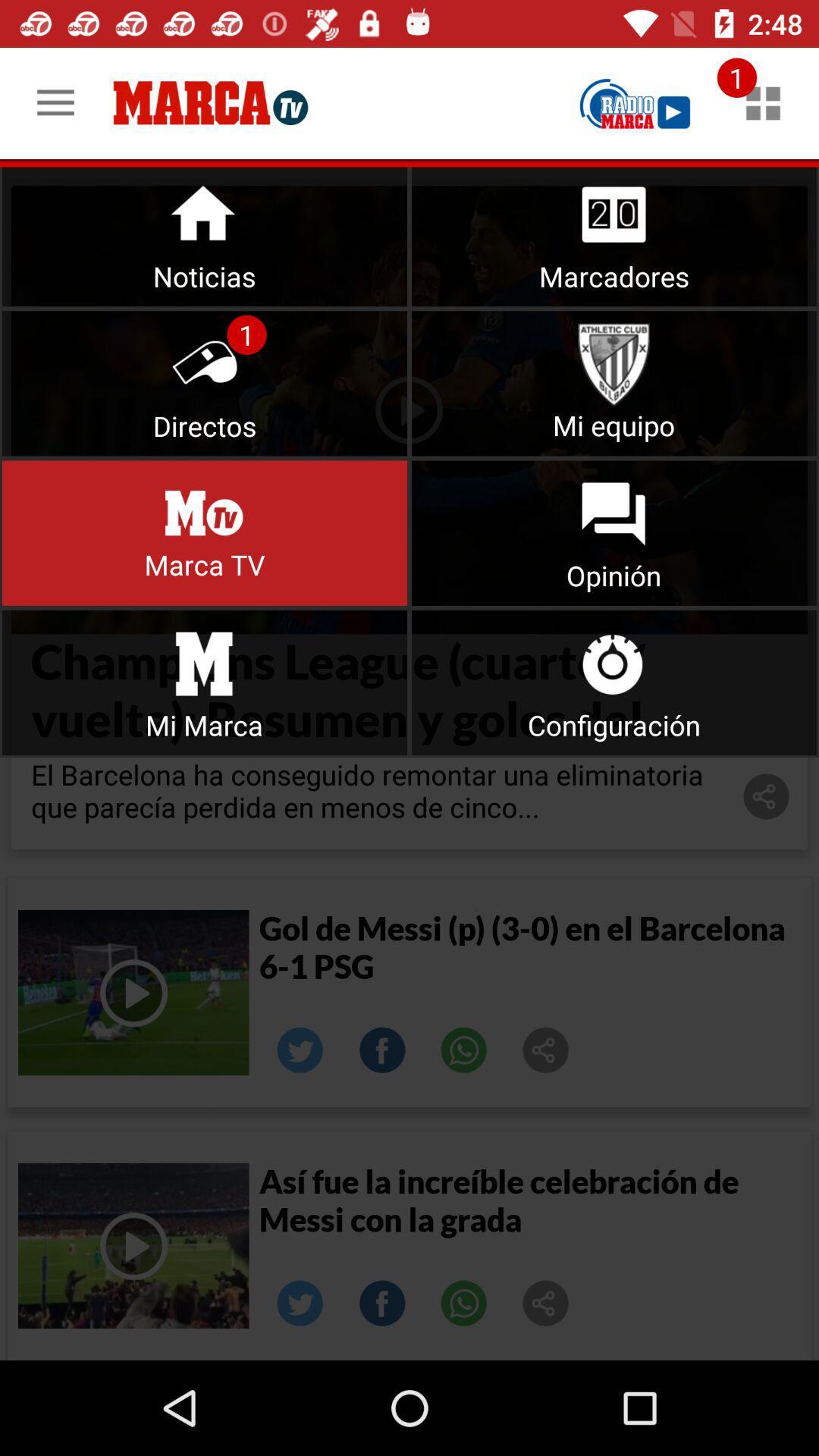 Image resolution: width=819 pixels, height=1456 pixels. Describe the element at coordinates (463, 1302) in the screenshot. I see `whatsapp` at that location.